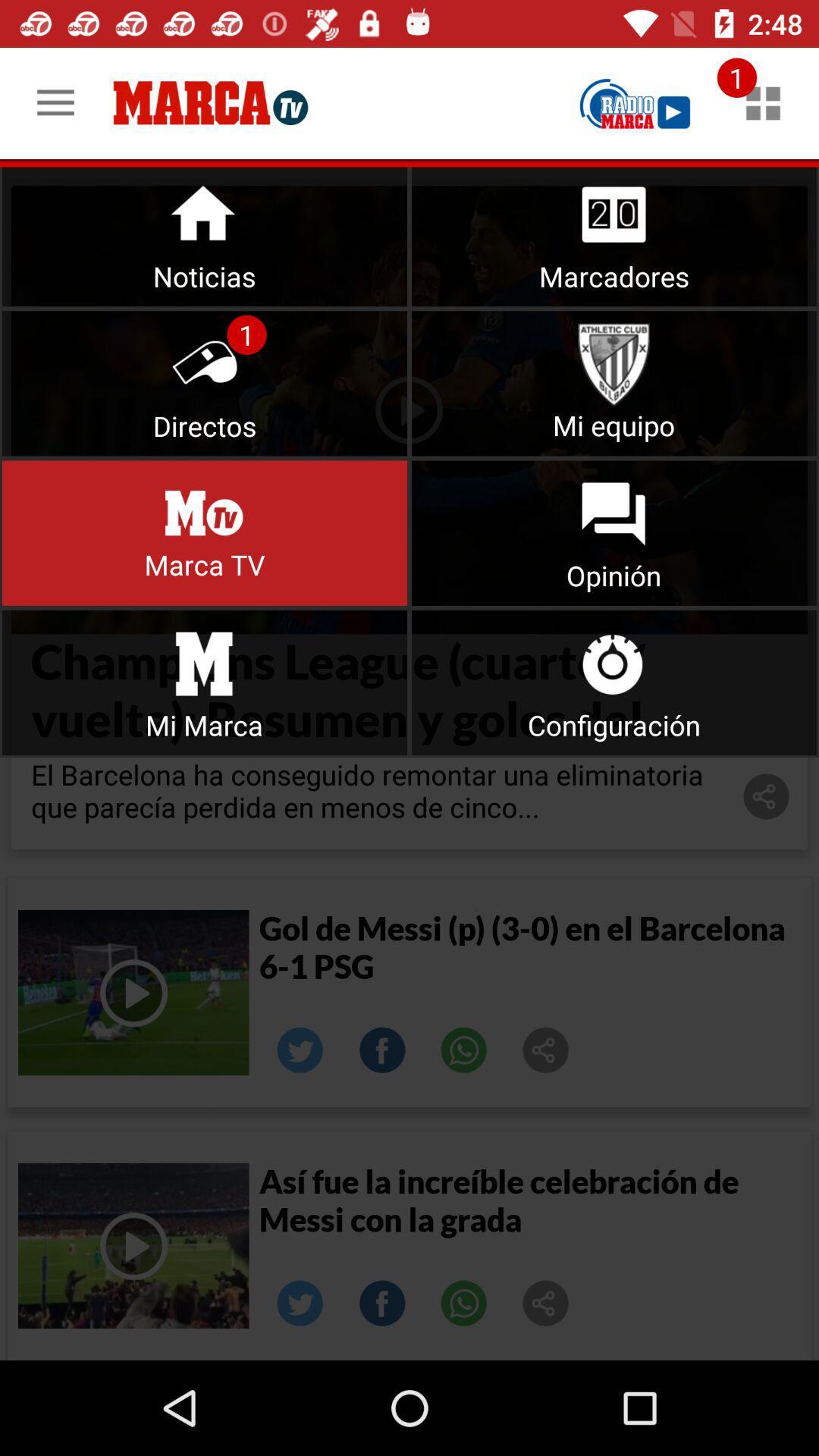 Image resolution: width=819 pixels, height=1456 pixels. Describe the element at coordinates (463, 1302) in the screenshot. I see `whatsapp` at that location.